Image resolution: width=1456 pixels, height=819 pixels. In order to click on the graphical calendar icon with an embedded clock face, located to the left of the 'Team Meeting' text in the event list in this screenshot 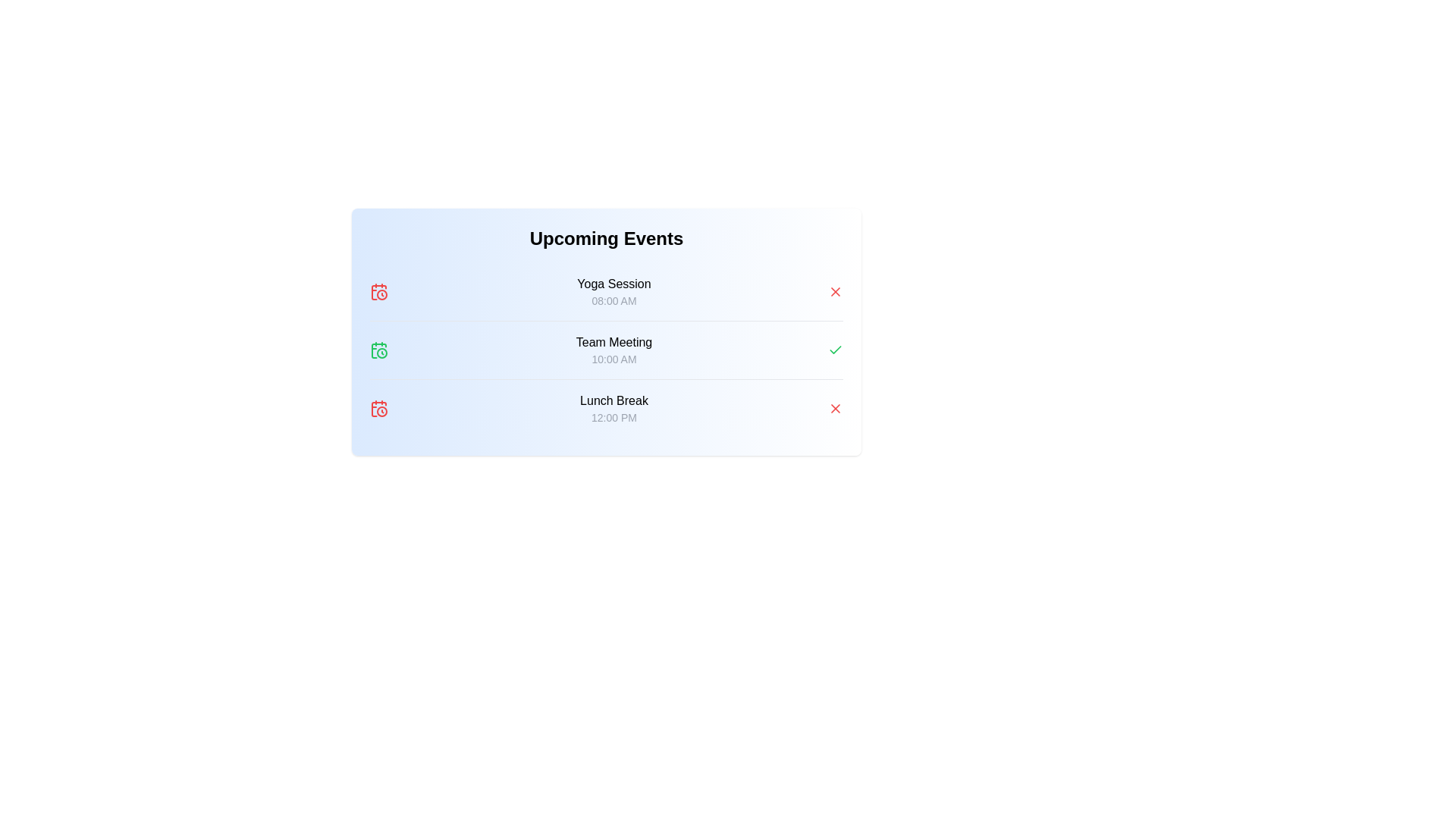, I will do `click(378, 350)`.